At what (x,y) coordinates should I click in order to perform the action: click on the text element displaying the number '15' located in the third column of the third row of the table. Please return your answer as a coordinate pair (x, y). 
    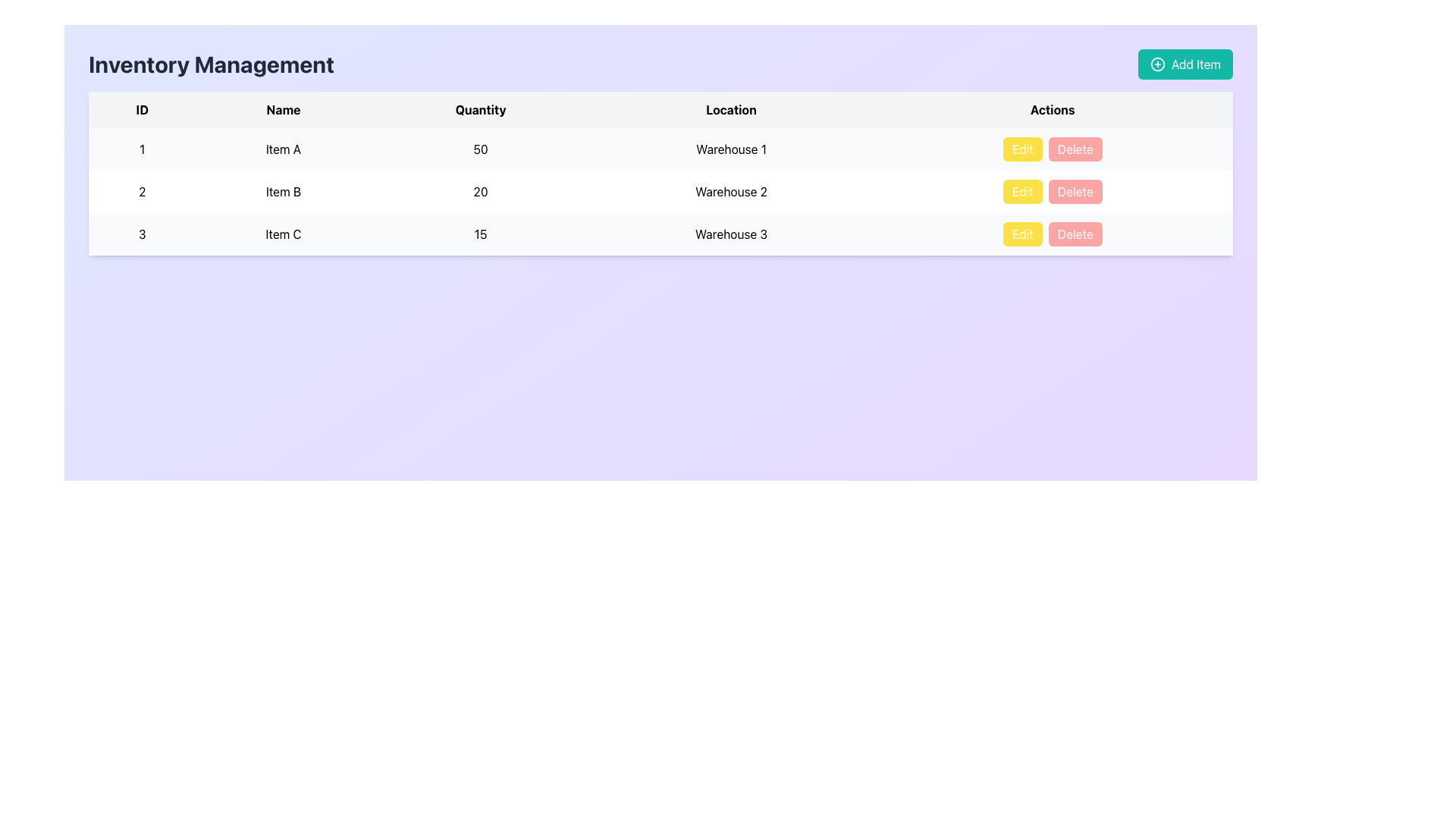
    Looking at the image, I should click on (479, 234).